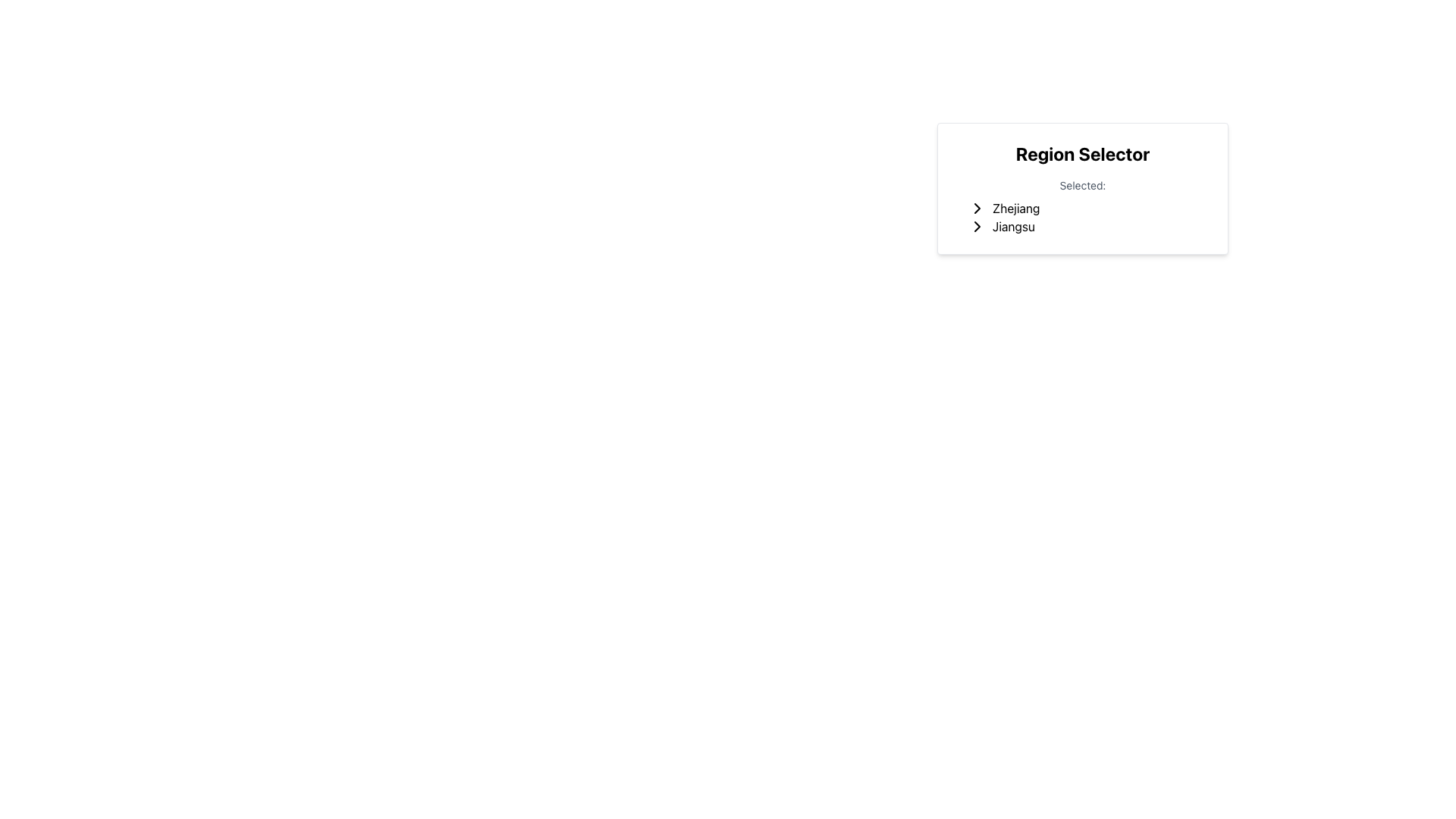  What do you see at coordinates (977, 208) in the screenshot?
I see `the right-pointing chevron arrow icon located next to the text 'Zhejiang' in the 'Region Selector' section` at bounding box center [977, 208].